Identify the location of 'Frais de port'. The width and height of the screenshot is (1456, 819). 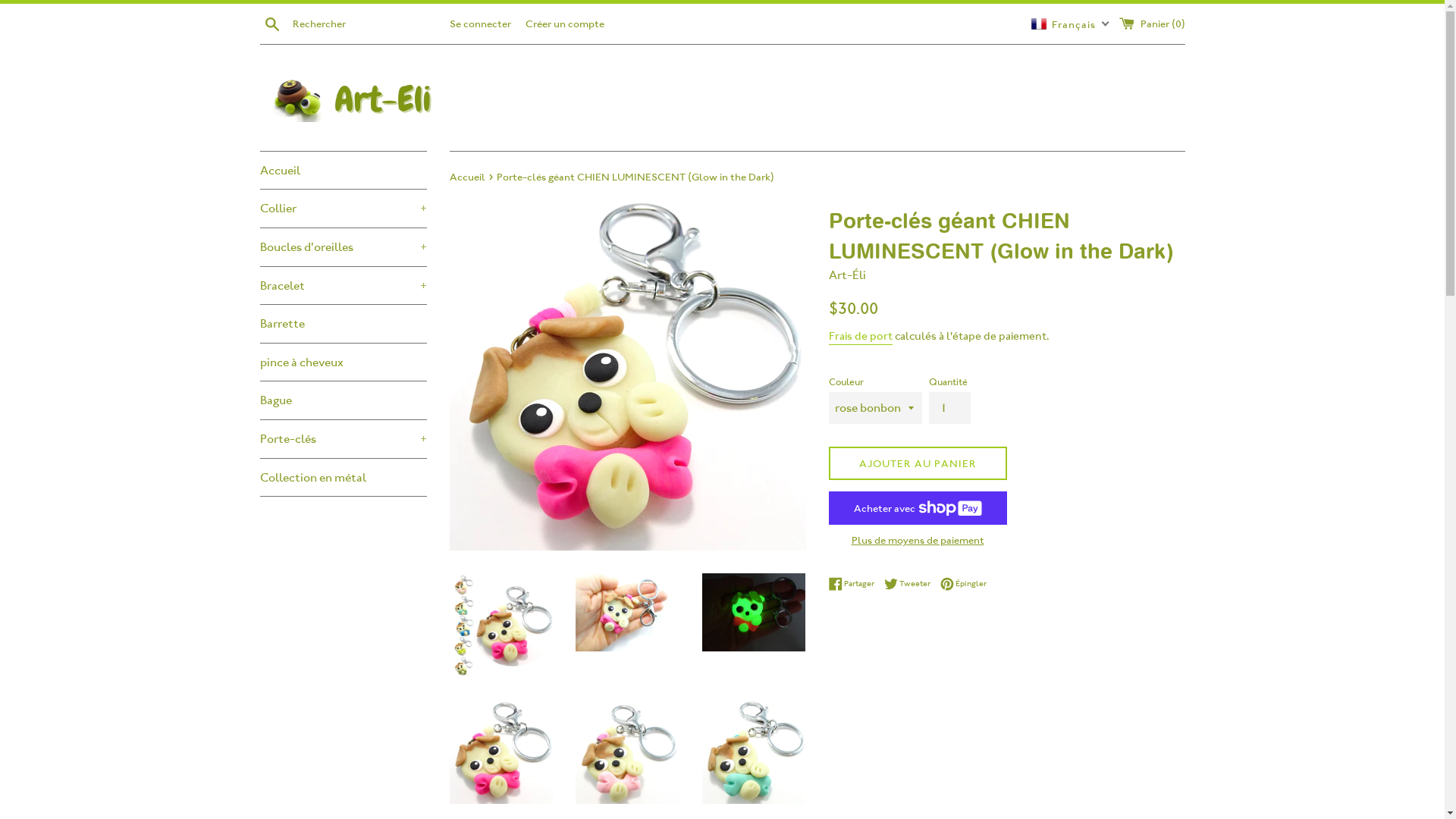
(859, 336).